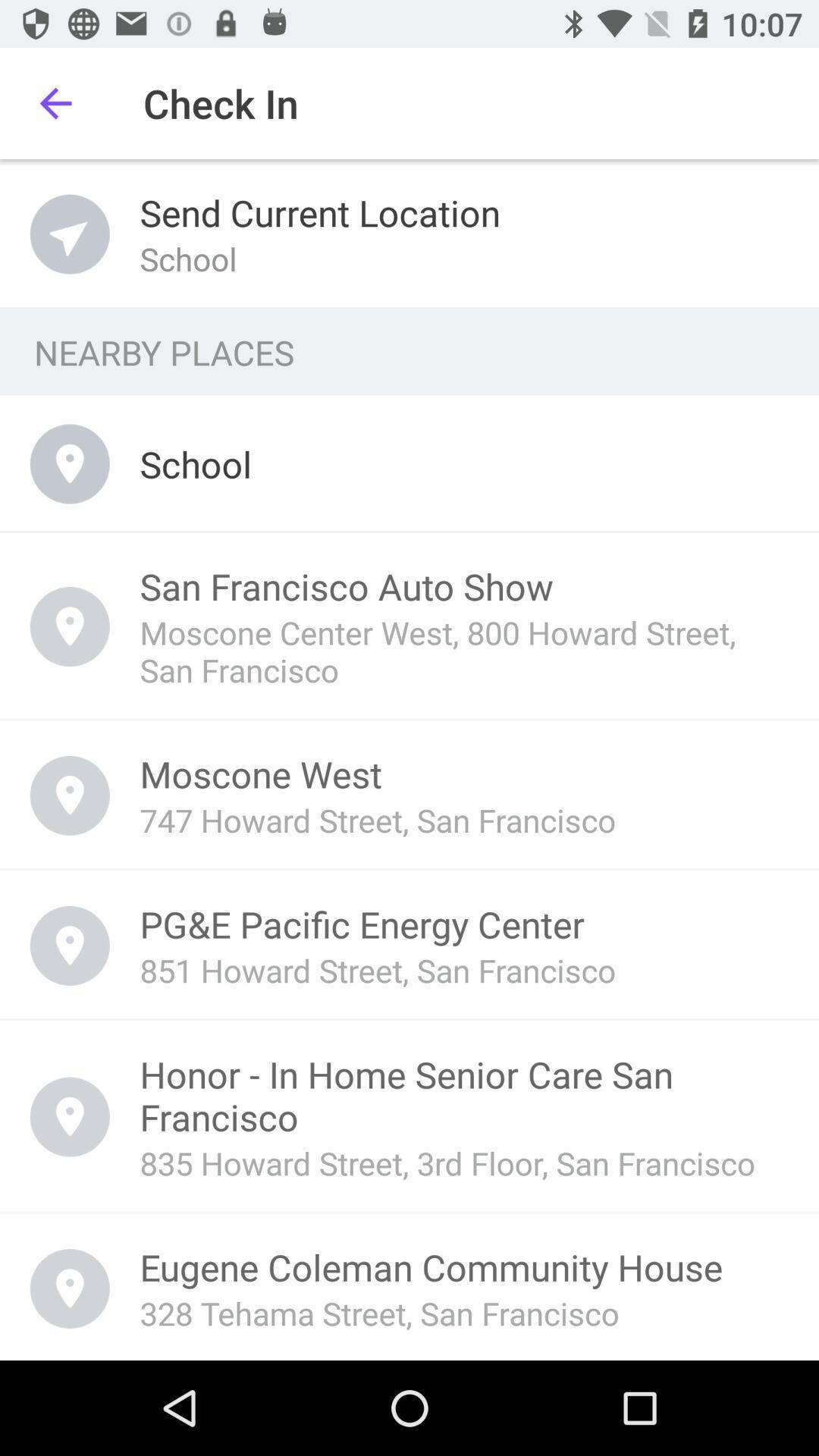 Image resolution: width=819 pixels, height=1456 pixels. Describe the element at coordinates (55, 102) in the screenshot. I see `icon next to check in item` at that location.